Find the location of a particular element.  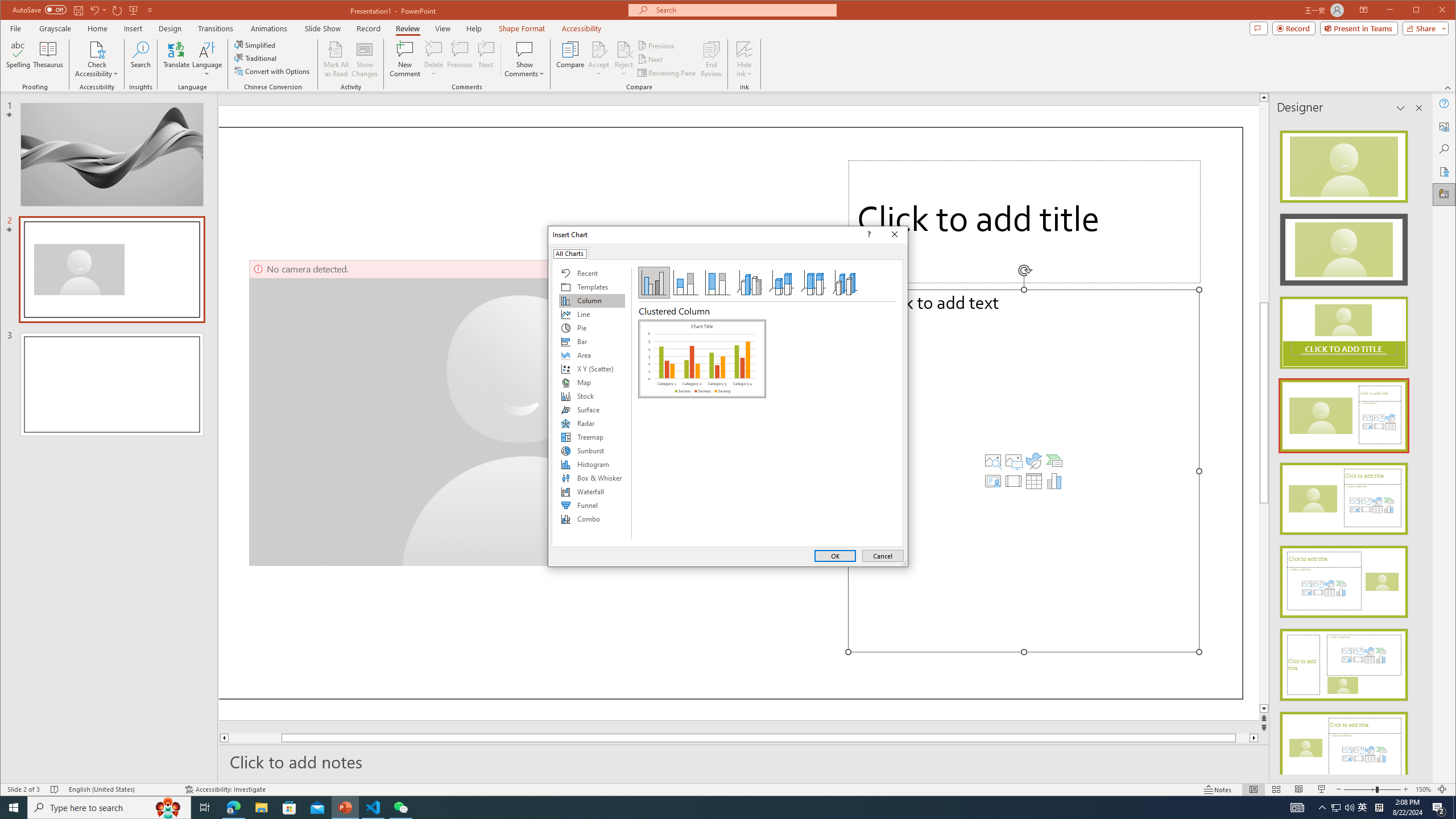

'Waterfall' is located at coordinates (591, 491).